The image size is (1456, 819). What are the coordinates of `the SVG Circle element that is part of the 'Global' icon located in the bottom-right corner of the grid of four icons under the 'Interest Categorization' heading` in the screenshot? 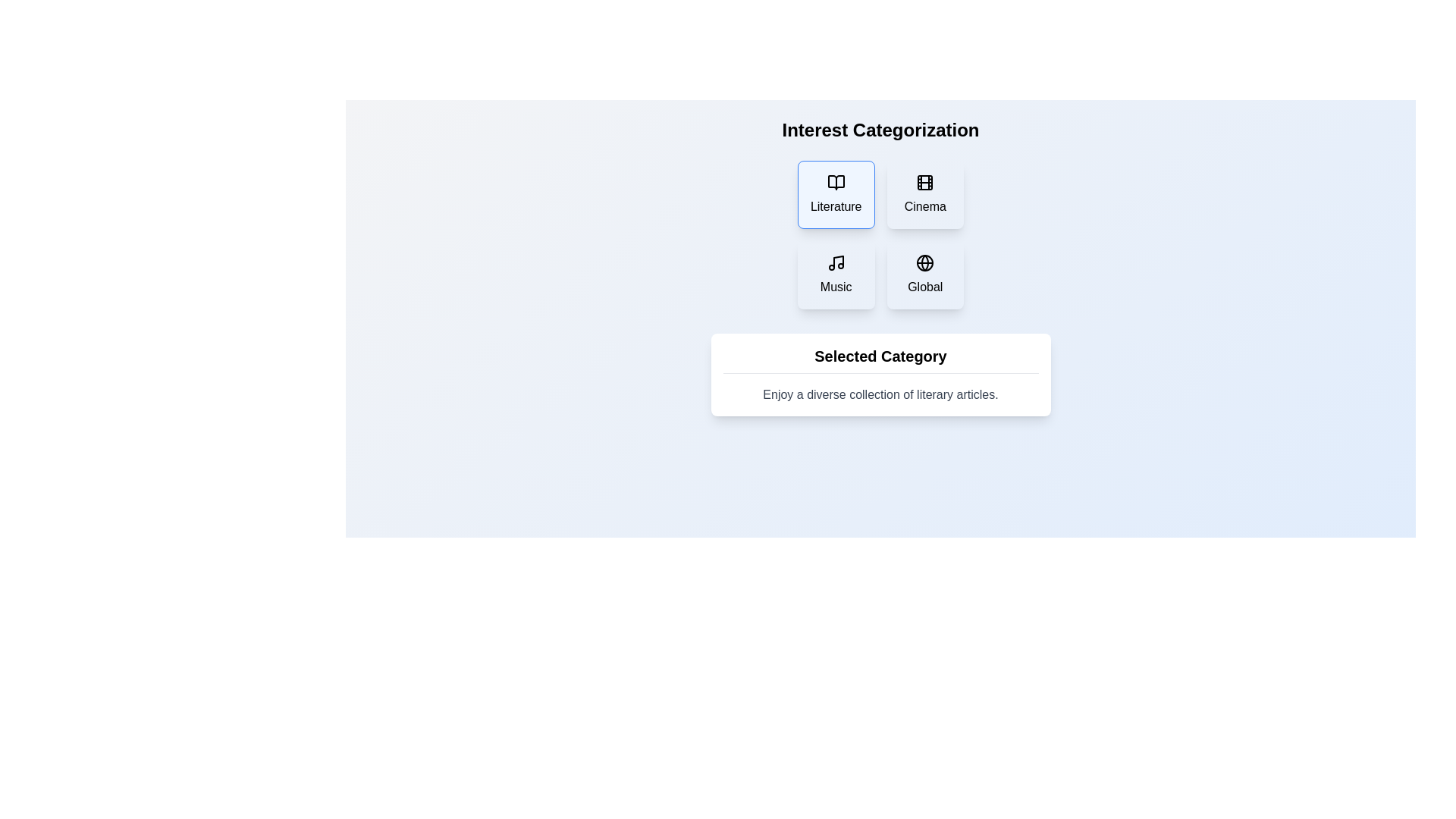 It's located at (924, 262).